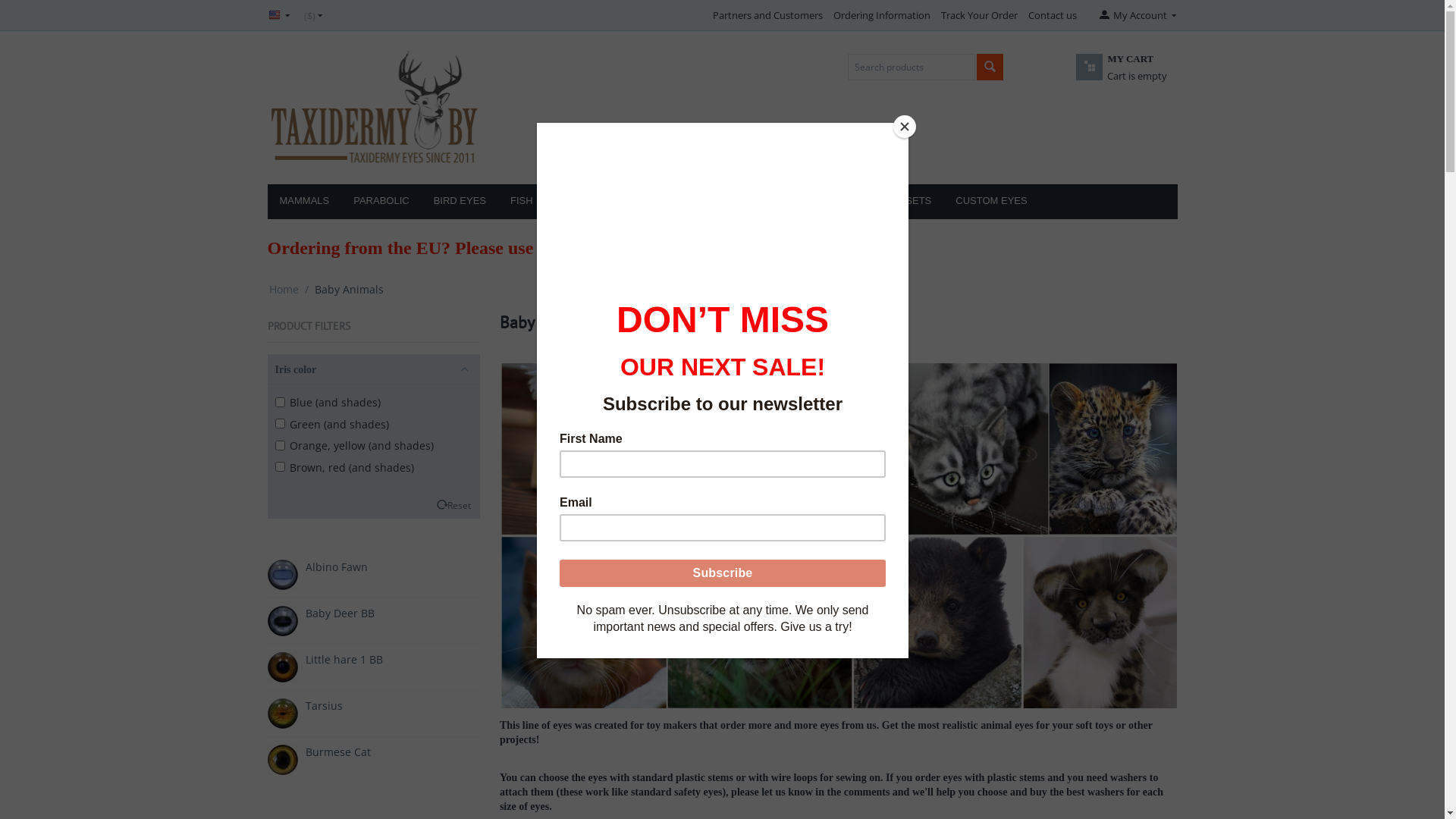 This screenshot has height=819, width=1456. Describe the element at coordinates (381, 201) in the screenshot. I see `'PARABOLIC'` at that location.